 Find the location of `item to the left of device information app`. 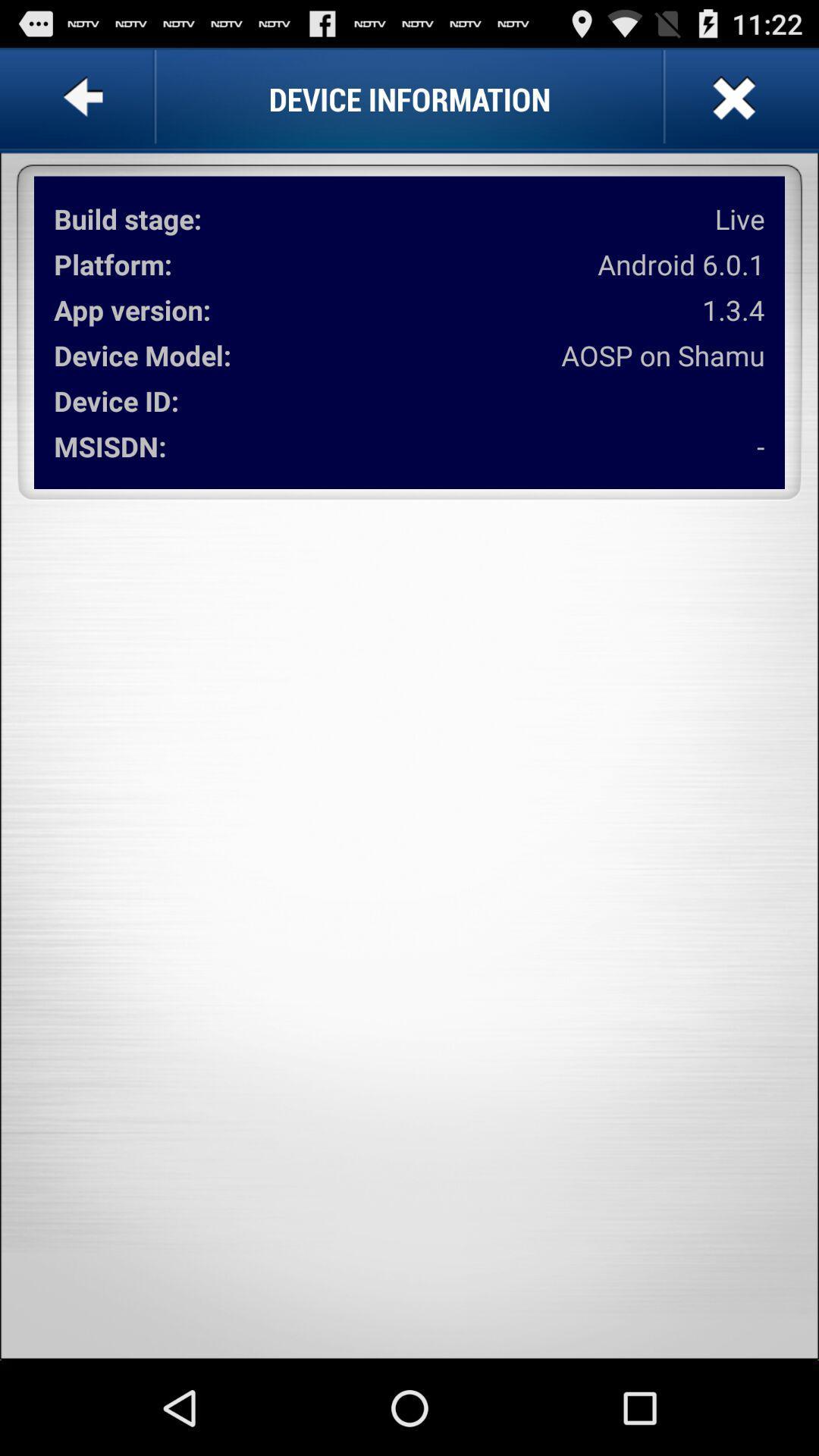

item to the left of device information app is located at coordinates (86, 98).